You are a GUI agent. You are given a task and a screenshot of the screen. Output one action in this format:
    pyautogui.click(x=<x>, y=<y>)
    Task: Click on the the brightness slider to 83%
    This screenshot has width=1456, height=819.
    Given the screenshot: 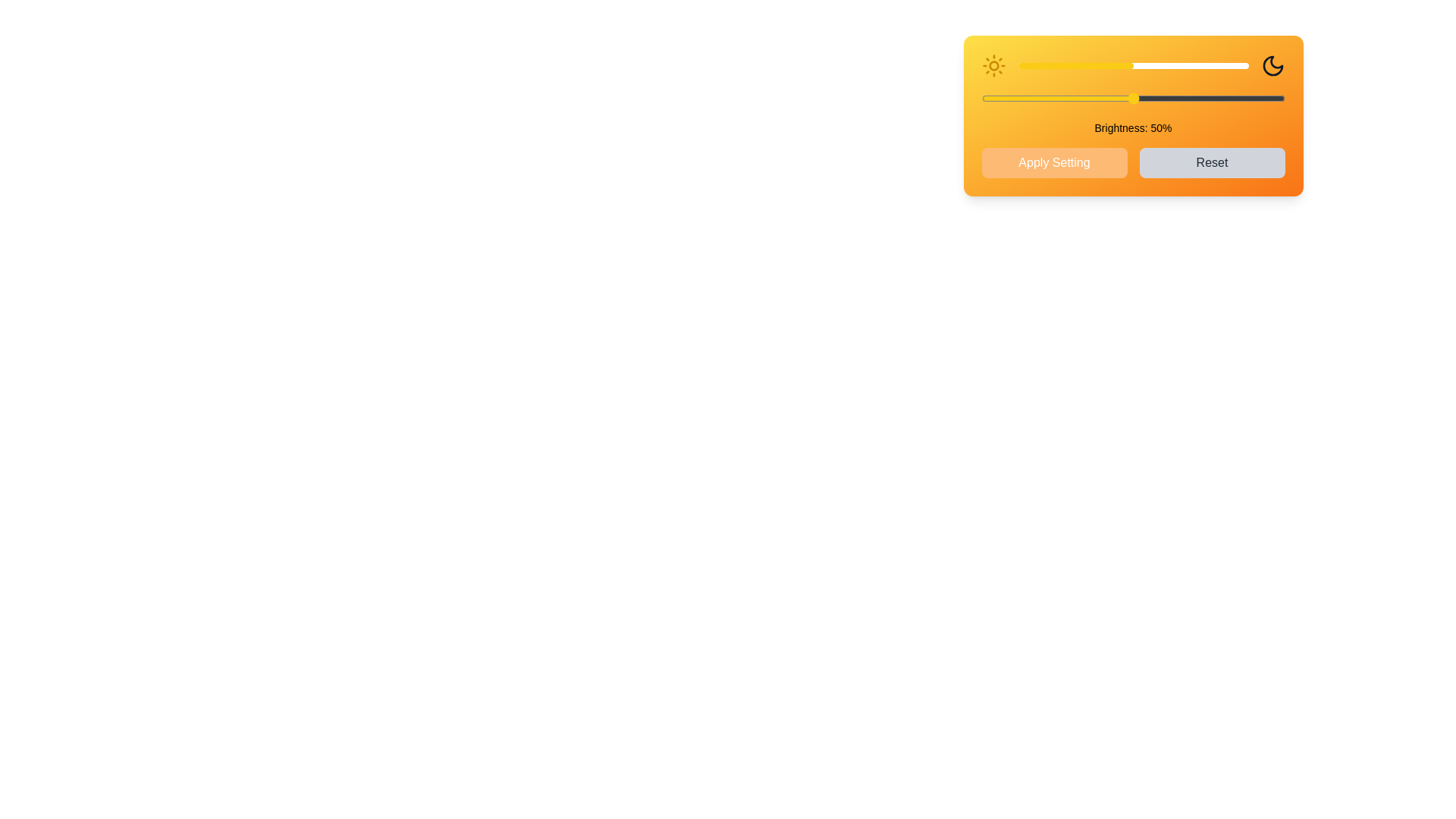 What is the action you would take?
    pyautogui.click(x=1208, y=65)
    